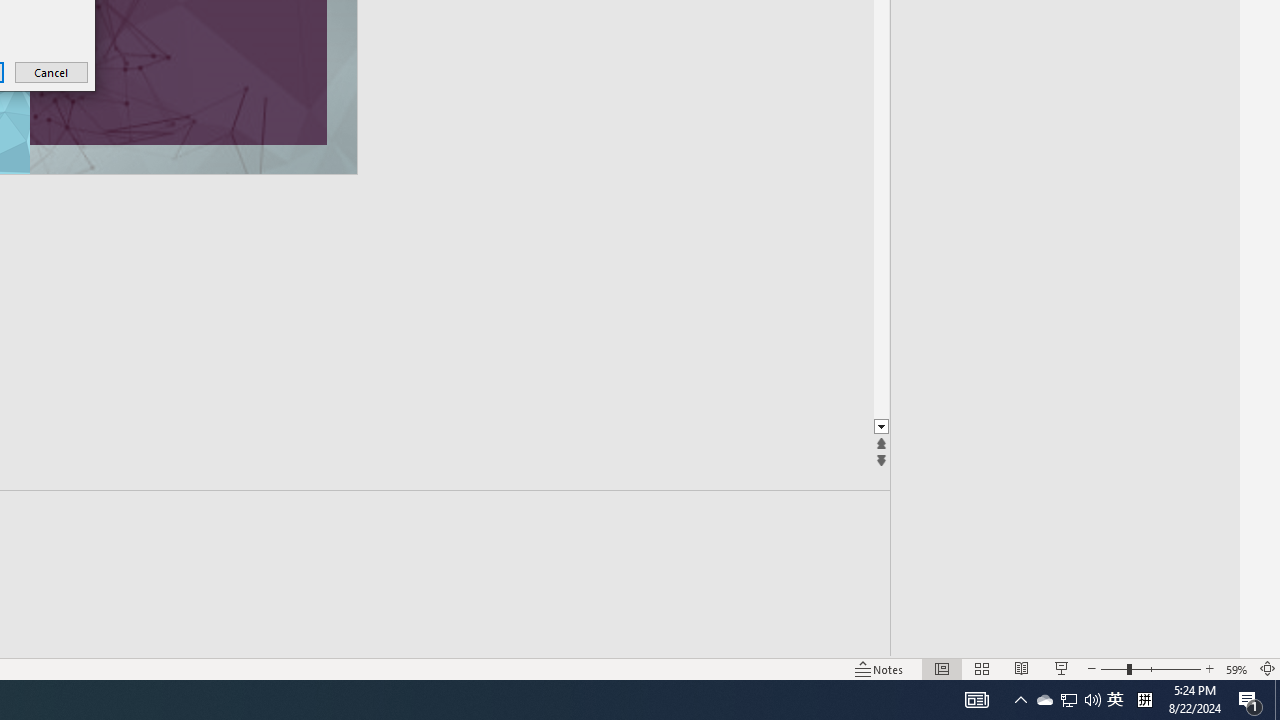 Image resolution: width=1280 pixels, height=720 pixels. I want to click on 'System Promoted Notification Area', so click(1044, 698).